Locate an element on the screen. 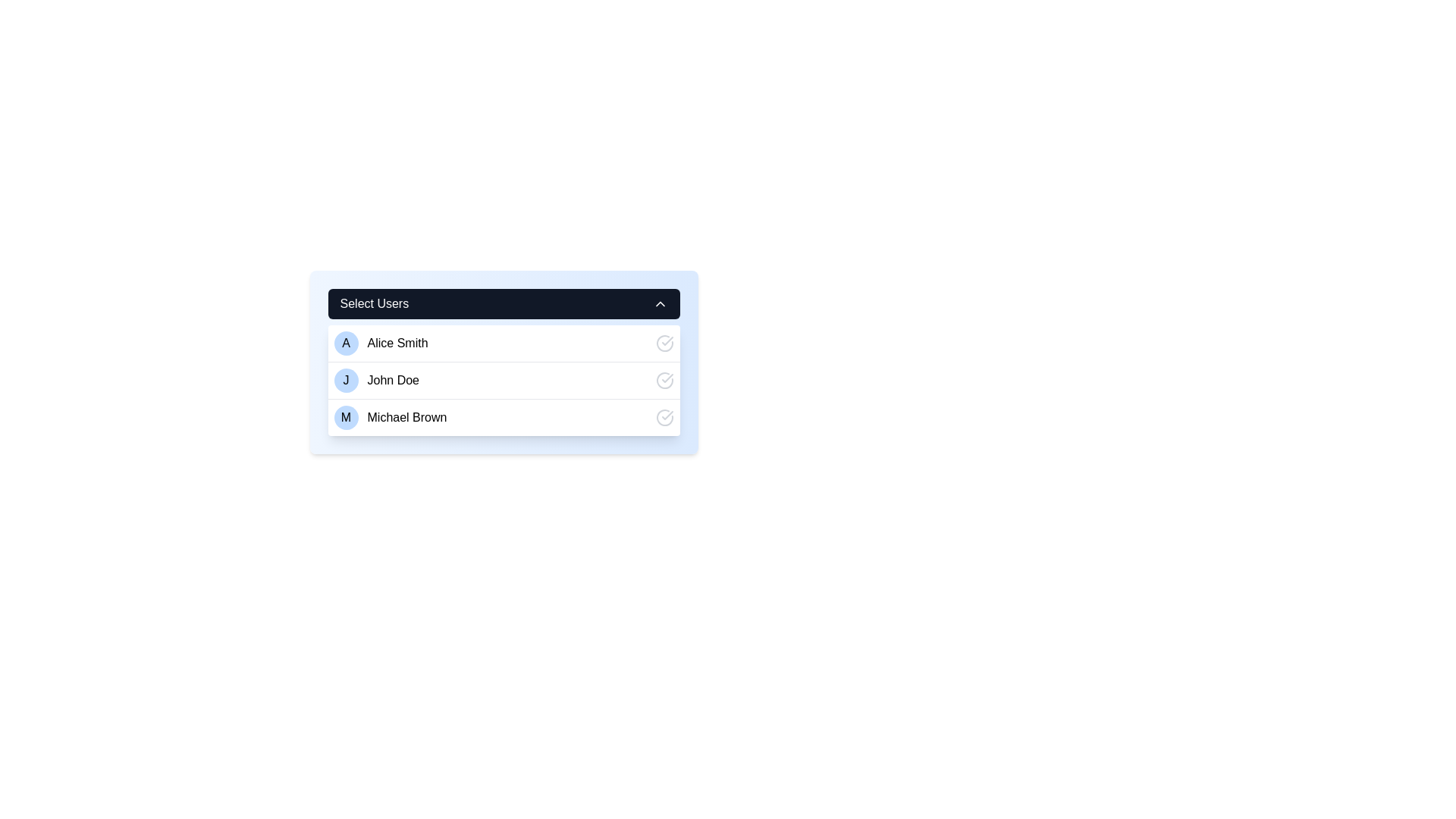  the circular badge with a light blue background containing the letter 'A' in bold black font, located to the left of 'Alice Smith' in the user selection panel is located at coordinates (345, 343).